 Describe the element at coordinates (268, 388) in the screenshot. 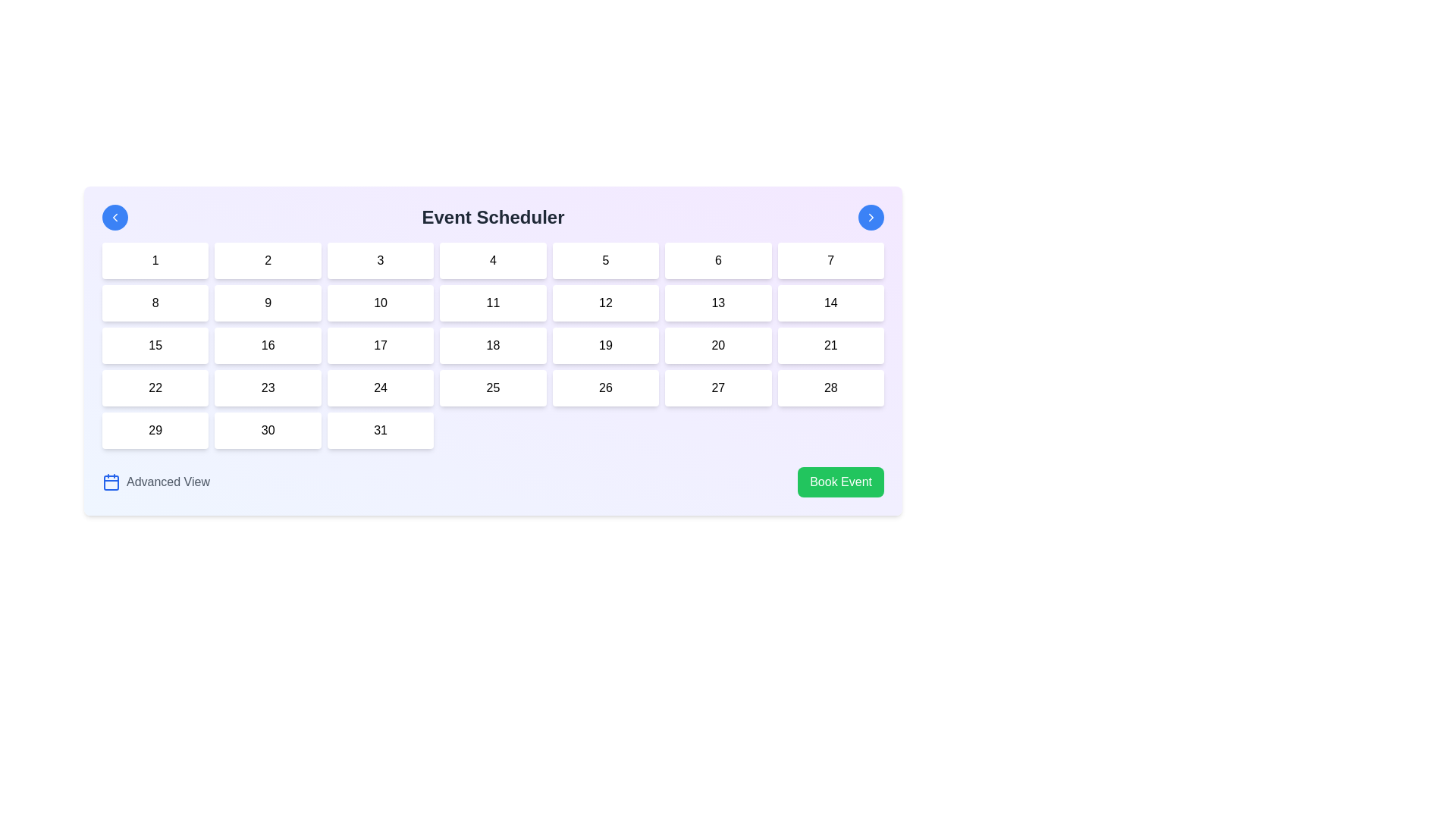

I see `the rectangular button with the number '23' centered in black text` at that location.